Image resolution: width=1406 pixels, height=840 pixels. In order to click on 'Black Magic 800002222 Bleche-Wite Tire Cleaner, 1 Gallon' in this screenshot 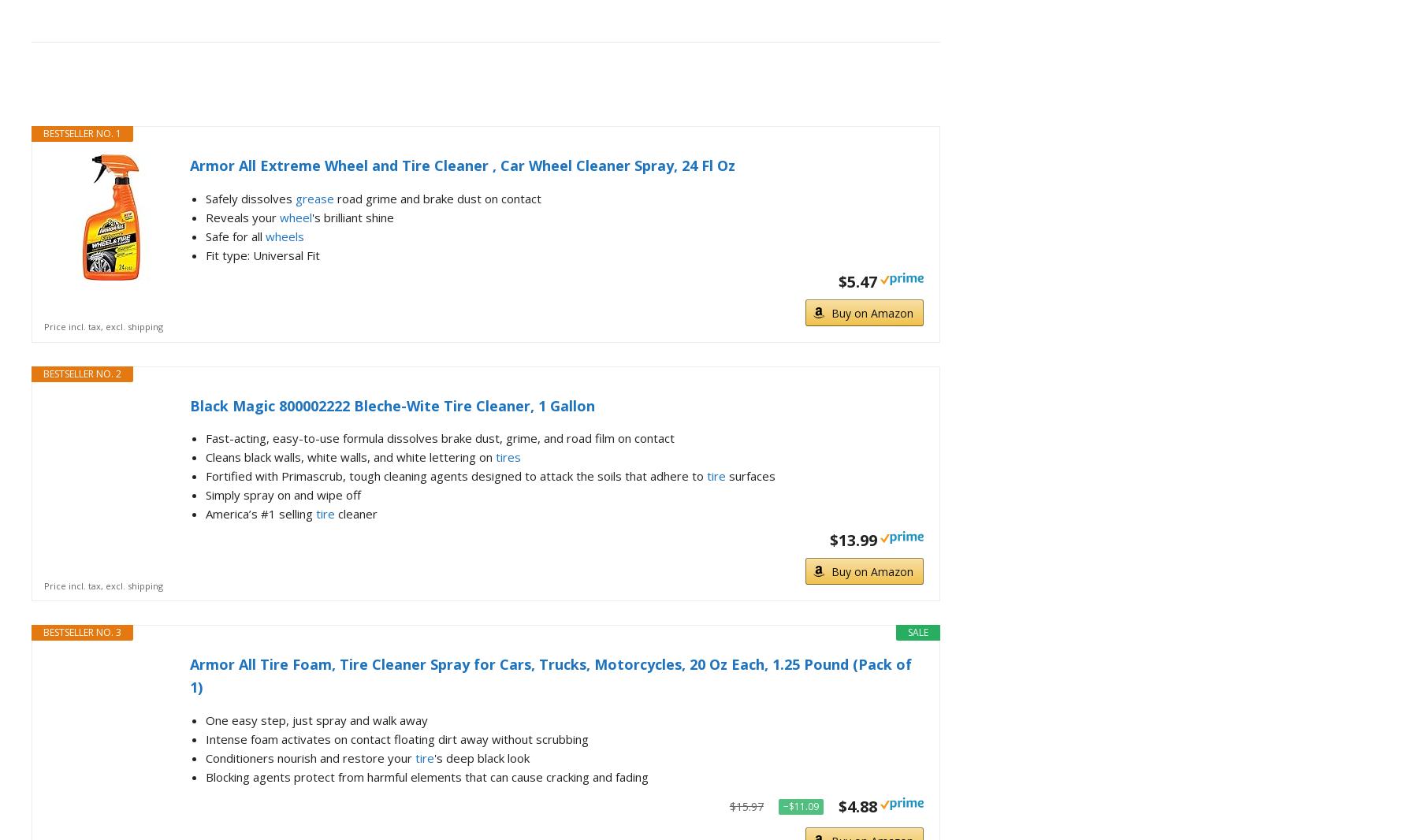, I will do `click(392, 405)`.